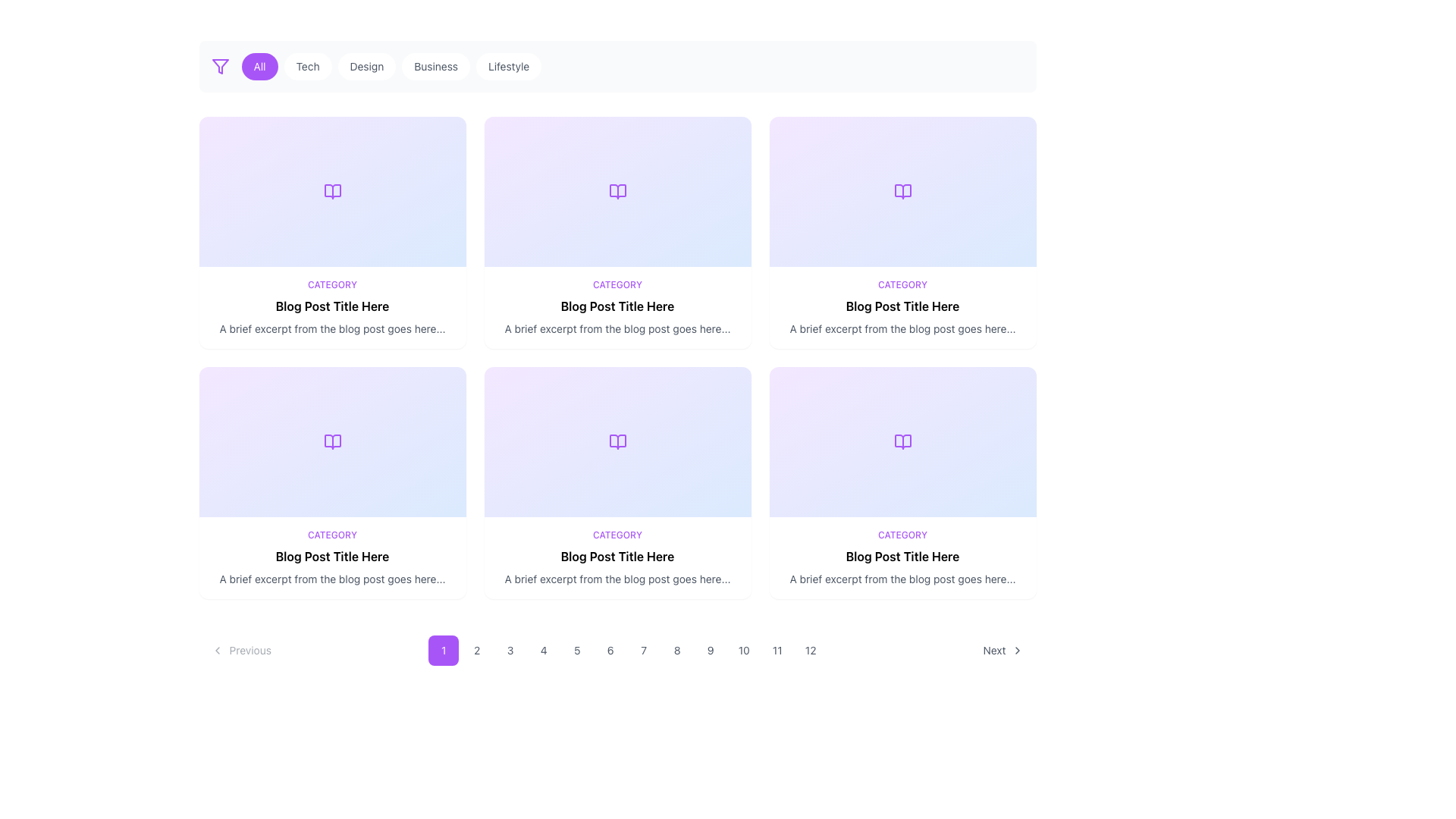  What do you see at coordinates (902, 307) in the screenshot?
I see `the section within the blog card component that contains the label 'CATEGORY', the title 'Blog Post Title Here', and the excerpt text, if it is linked` at bounding box center [902, 307].